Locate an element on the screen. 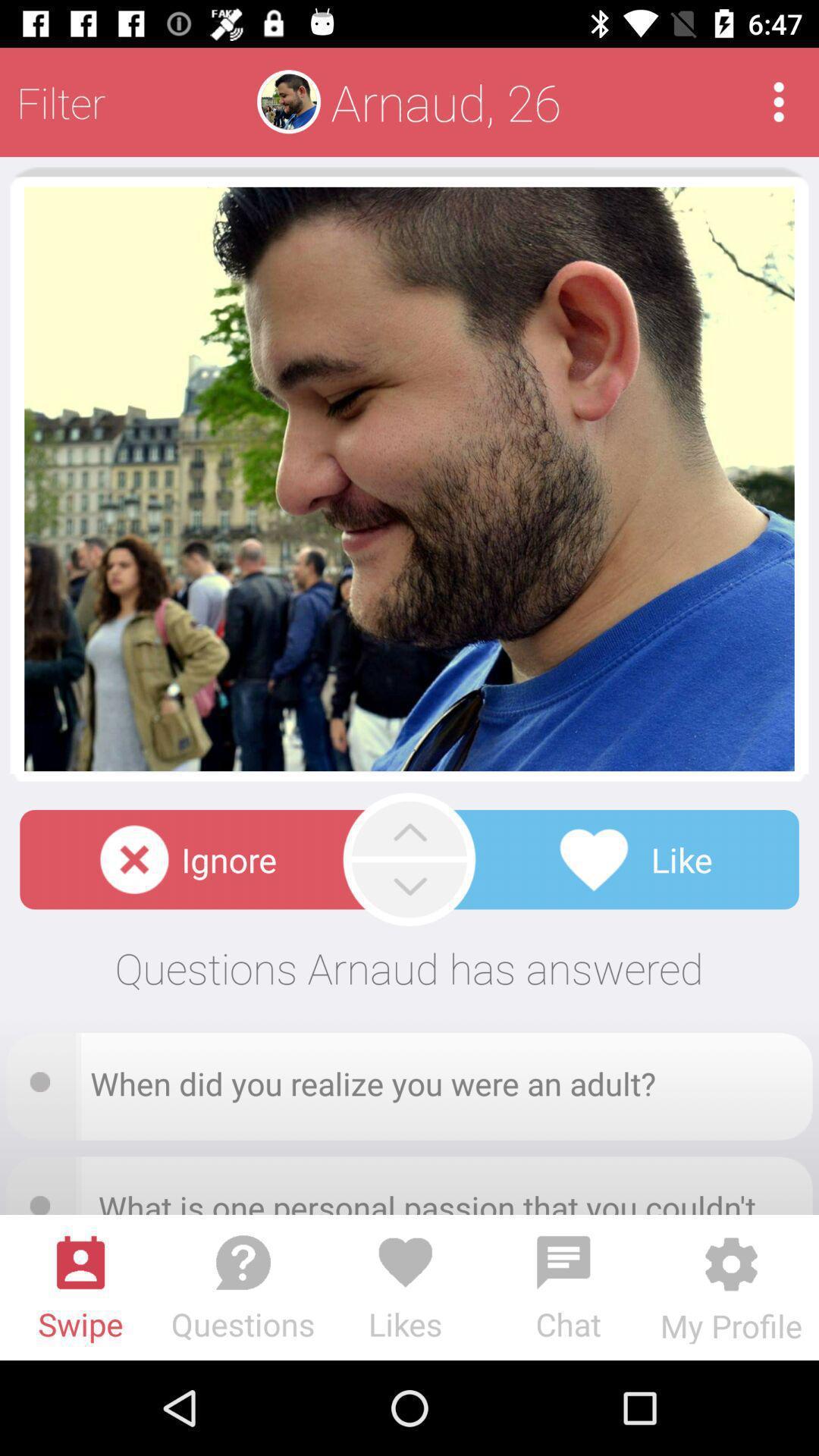 This screenshot has height=1456, width=819. app next to the arnaud, 26 icon is located at coordinates (779, 101).